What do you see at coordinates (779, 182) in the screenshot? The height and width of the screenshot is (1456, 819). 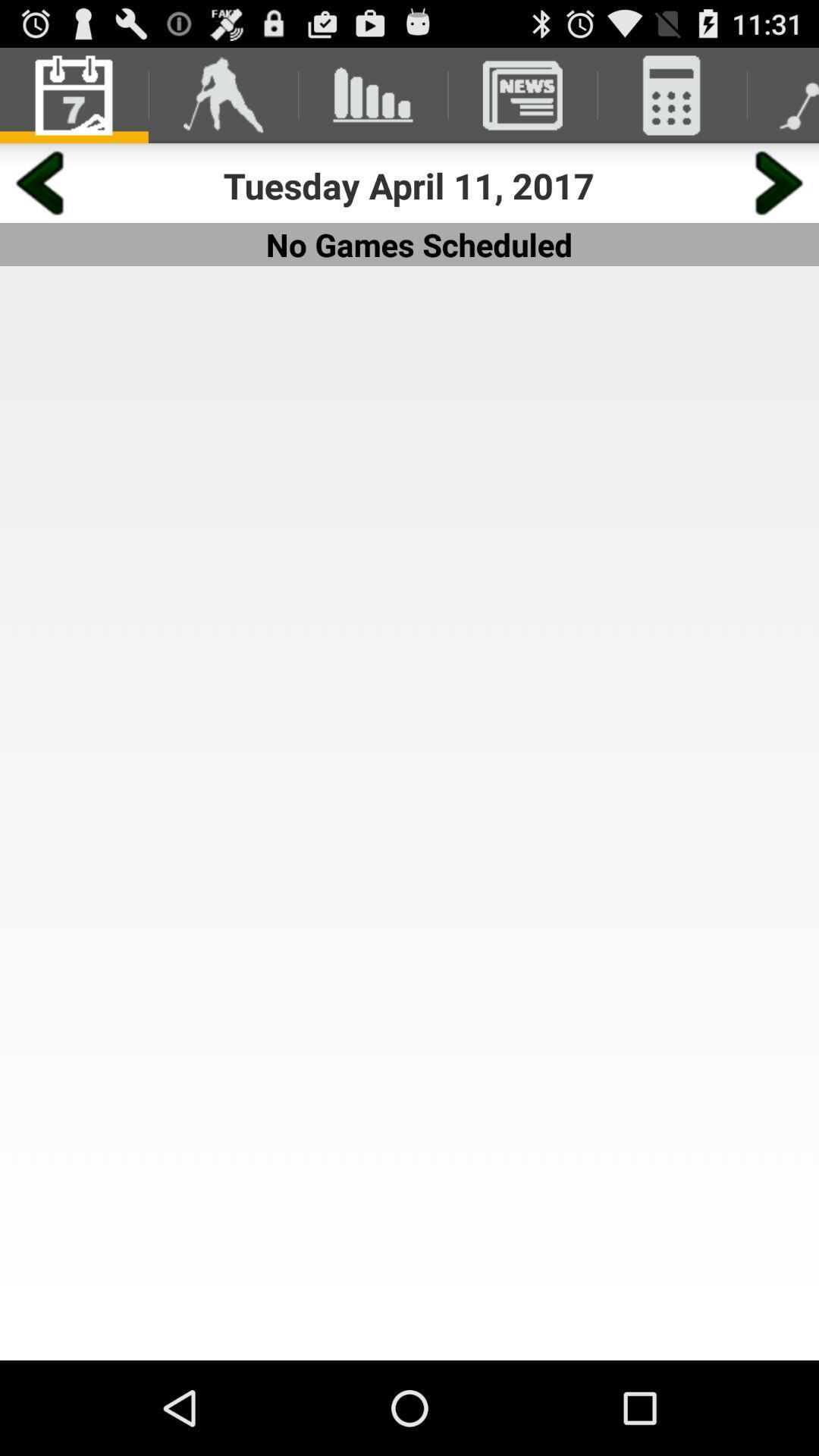 I see `next` at bounding box center [779, 182].